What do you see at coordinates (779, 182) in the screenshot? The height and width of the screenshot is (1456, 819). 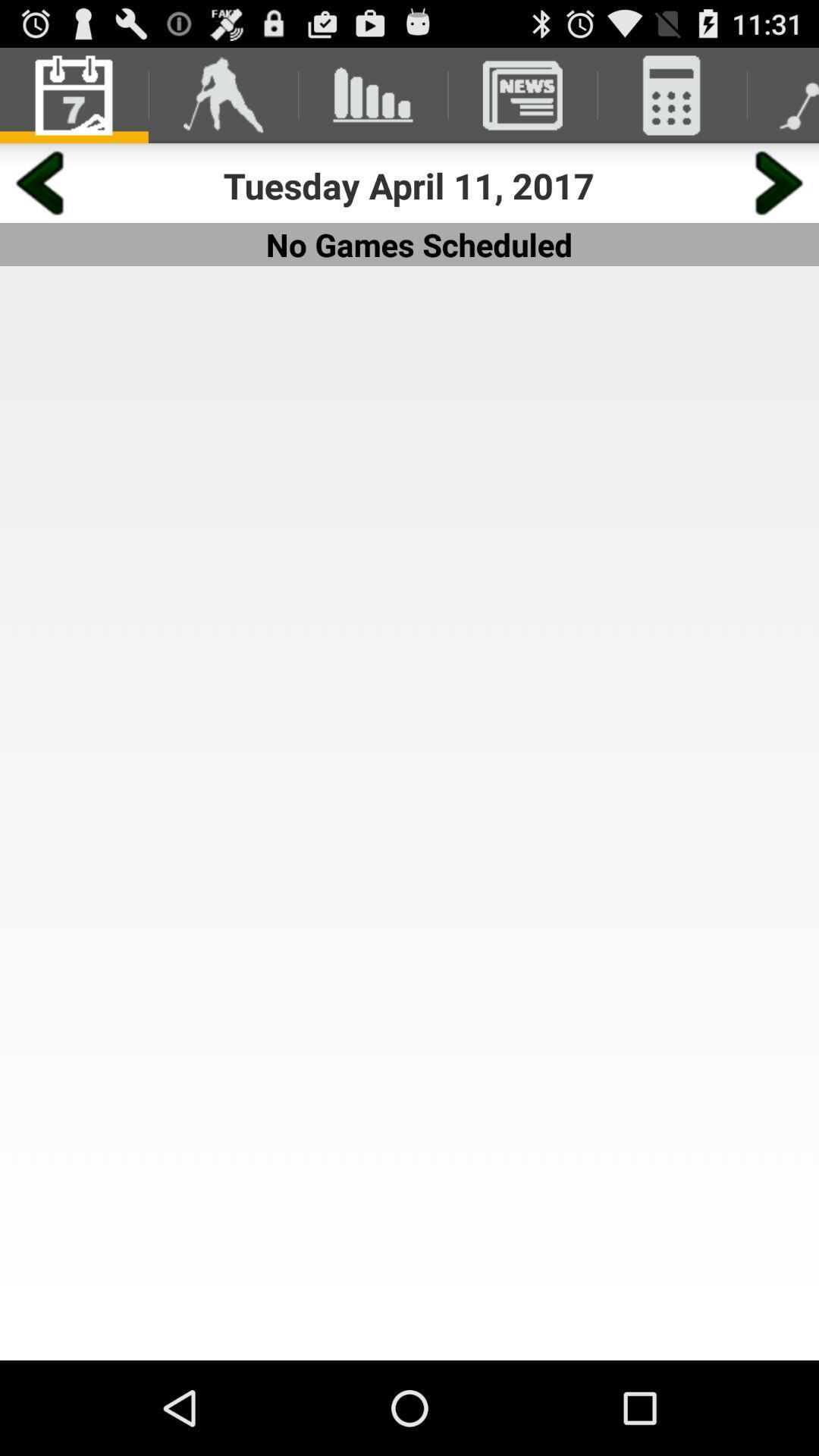 I see `next` at bounding box center [779, 182].